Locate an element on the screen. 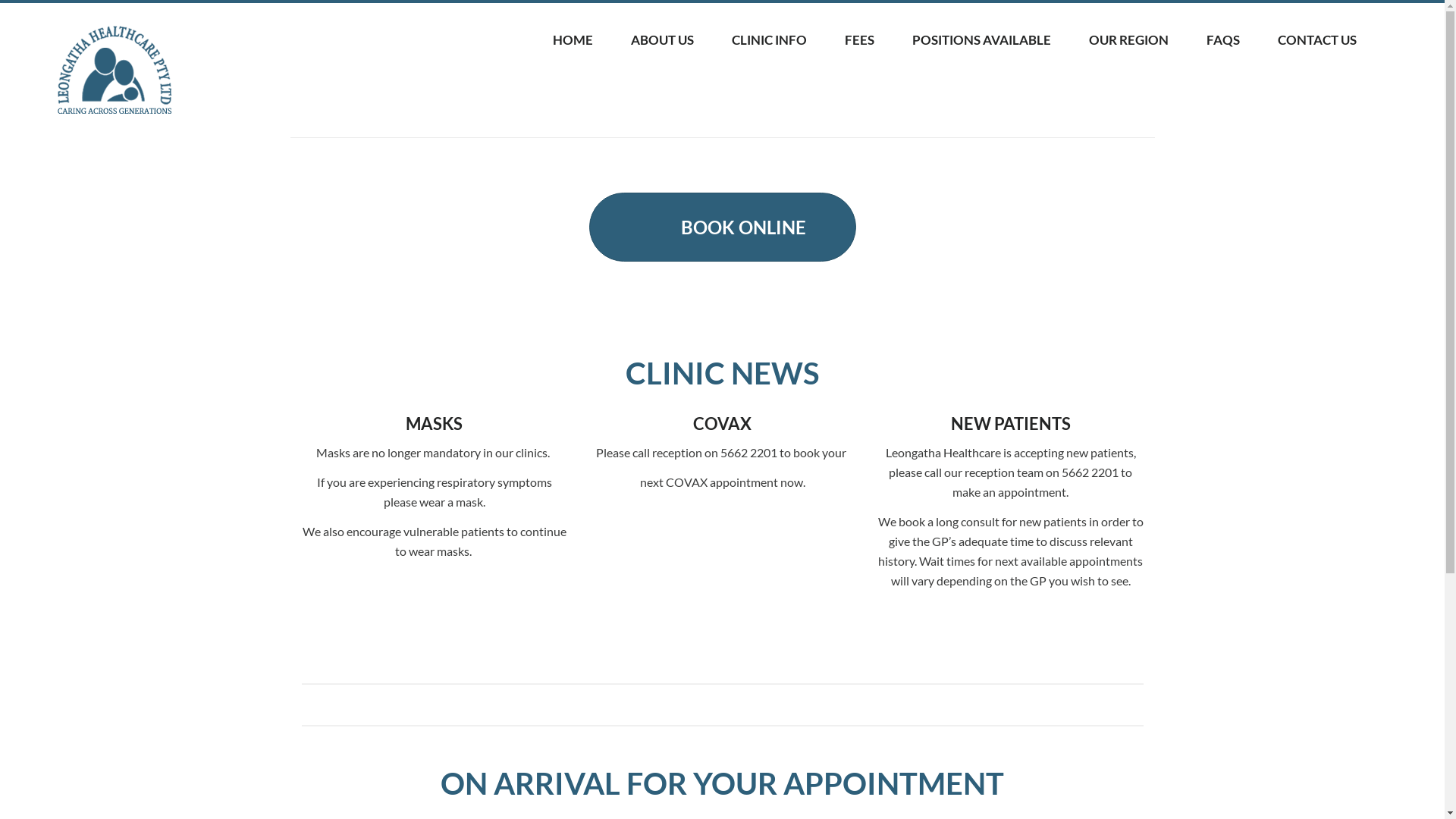 The width and height of the screenshot is (1456, 819). 'CONTACT US' is located at coordinates (1316, 39).